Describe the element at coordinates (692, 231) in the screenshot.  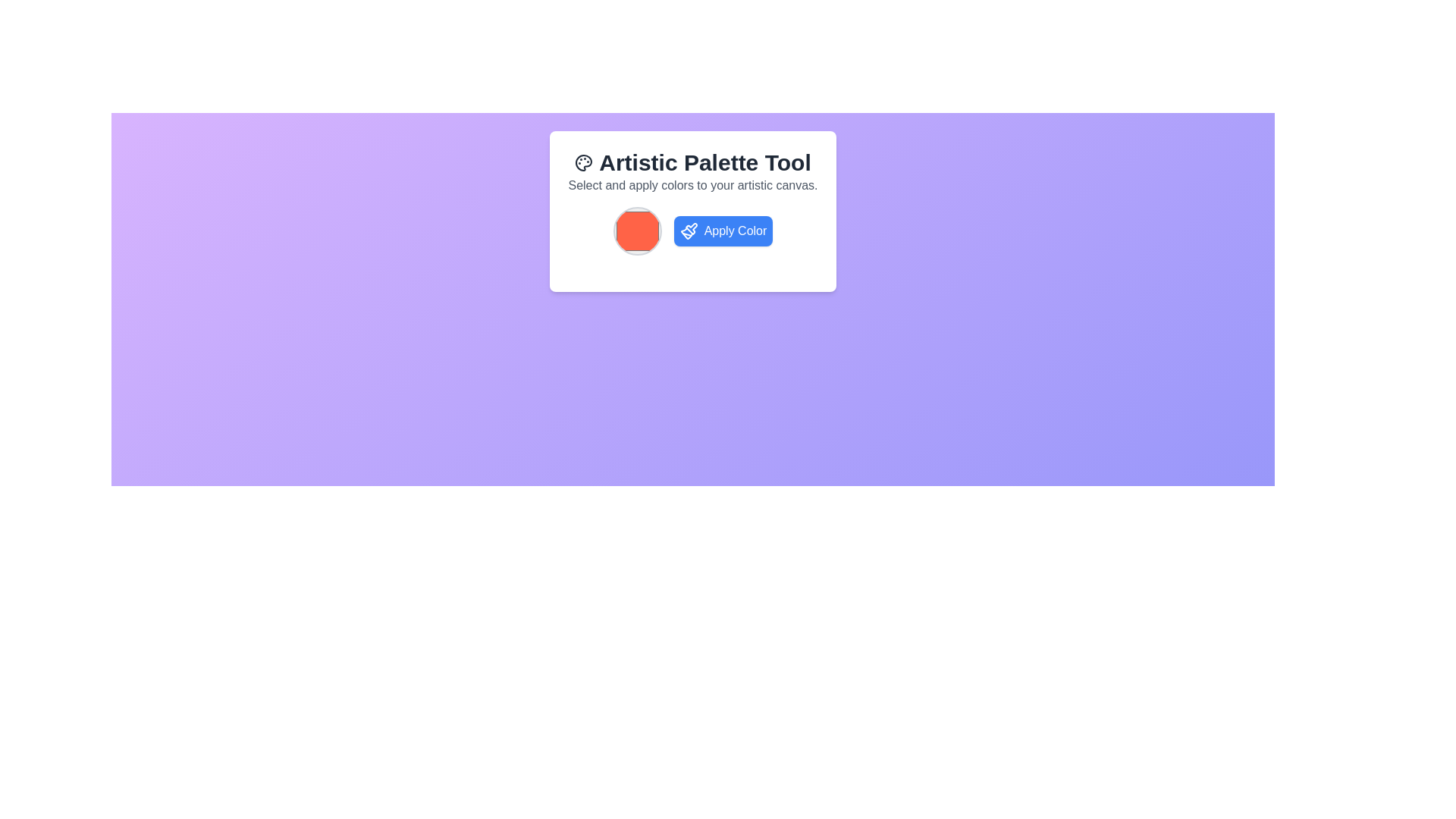
I see `the button located in the 'Artistic Palette Tool' card to apply the currently selected color` at that location.